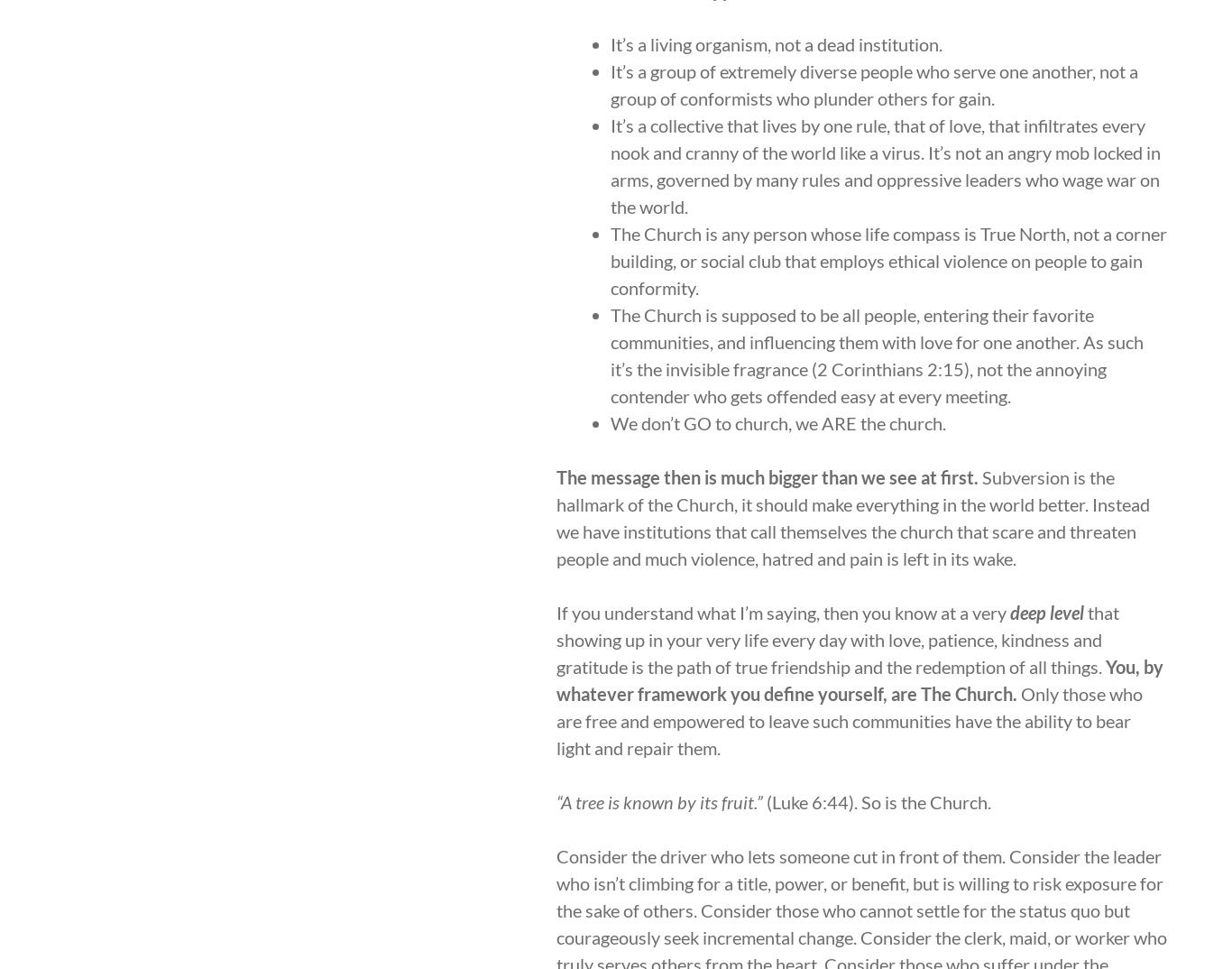 This screenshot has height=969, width=1232. I want to click on 'You, by whatever framework you define yourself, are The Church.', so click(860, 678).